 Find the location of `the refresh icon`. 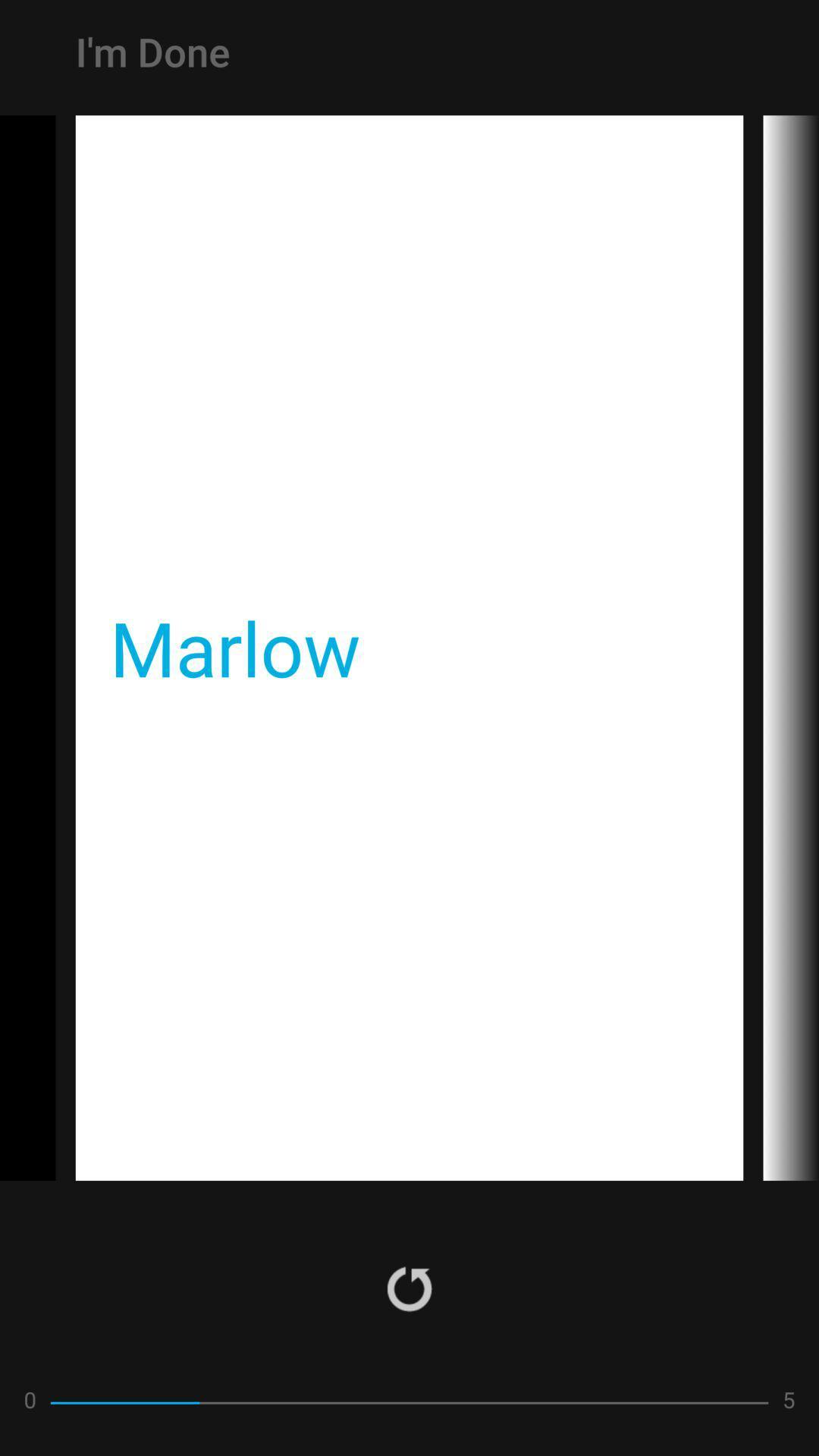

the refresh icon is located at coordinates (409, 1288).